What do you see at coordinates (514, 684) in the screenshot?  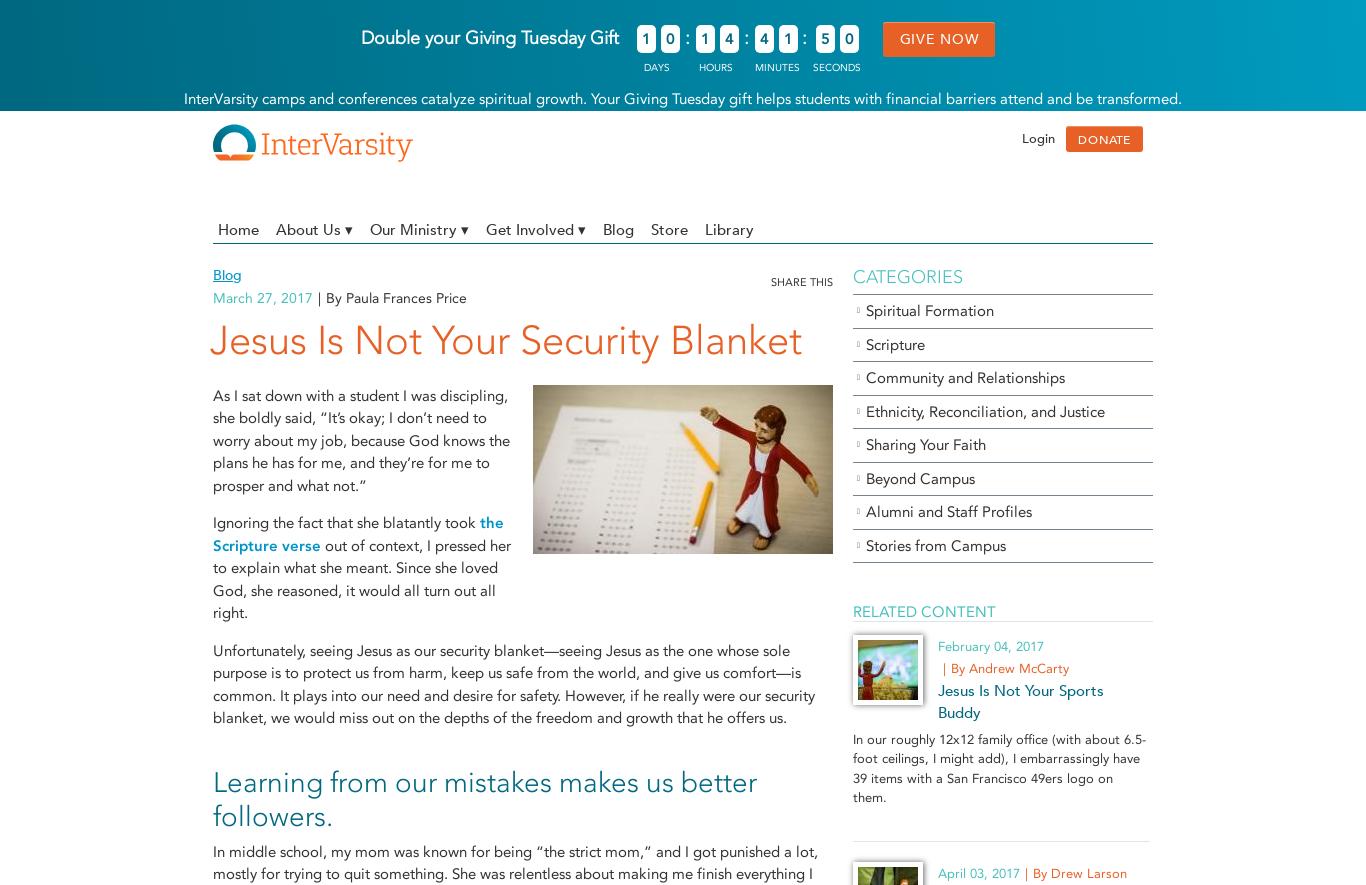 I see `'Unfortunately, seeing Jesus as our security blanket—seeing Jesus as the one whose sole purpose is to protect us from harm, keep us safe from the world, and give us comfort—is common. It plays into our need and desire for safety. However, if he really were our security blanket, we would miss out on the depths of the freedom and growth that he offers us.'` at bounding box center [514, 684].